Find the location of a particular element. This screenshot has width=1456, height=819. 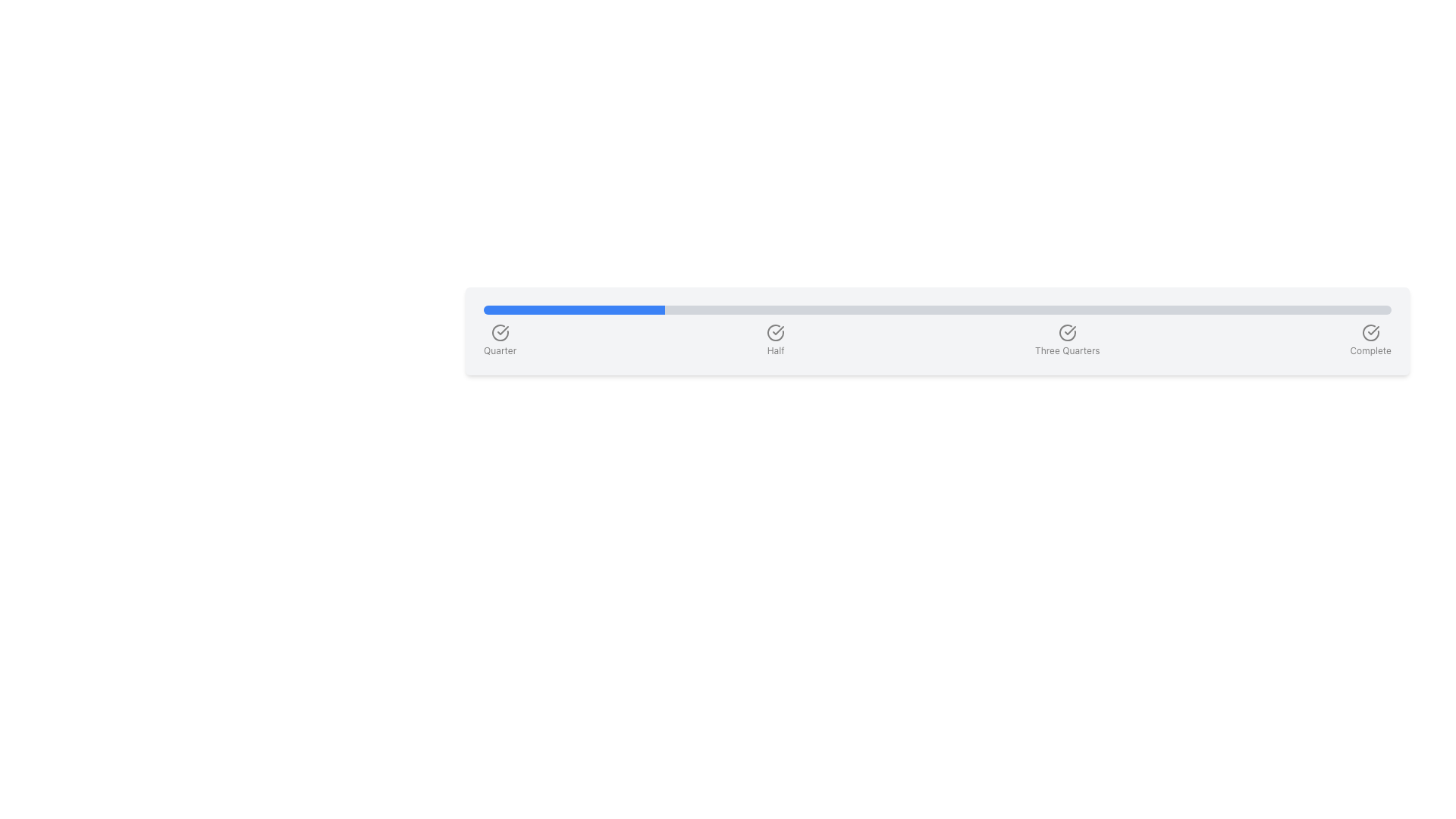

the second icon above the text 'Half' in the horizontal progression indicator to focus or select it is located at coordinates (775, 332).